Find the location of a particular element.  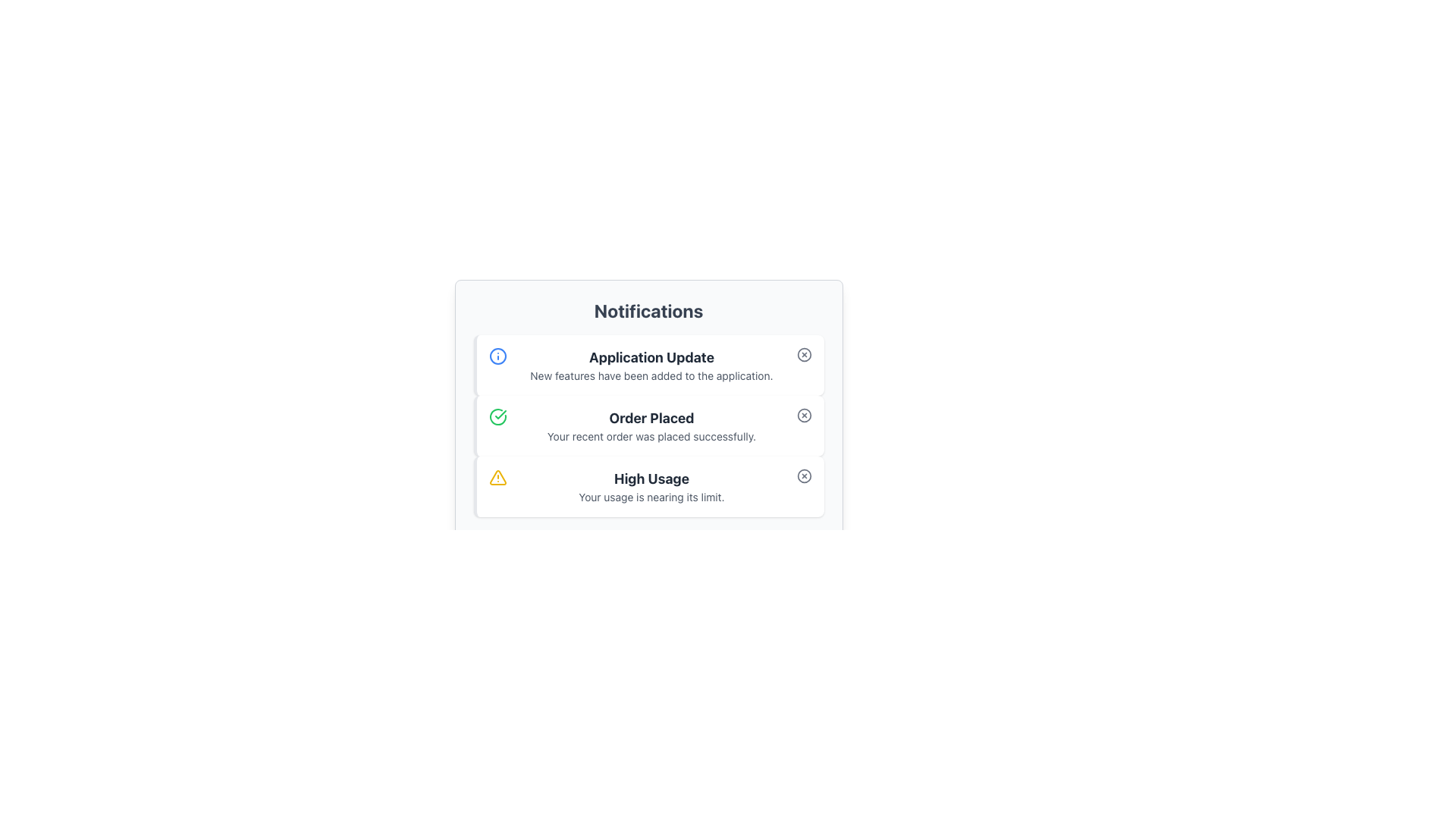

the Text Label that serves as the title for the notification about high resource usage is located at coordinates (651, 479).